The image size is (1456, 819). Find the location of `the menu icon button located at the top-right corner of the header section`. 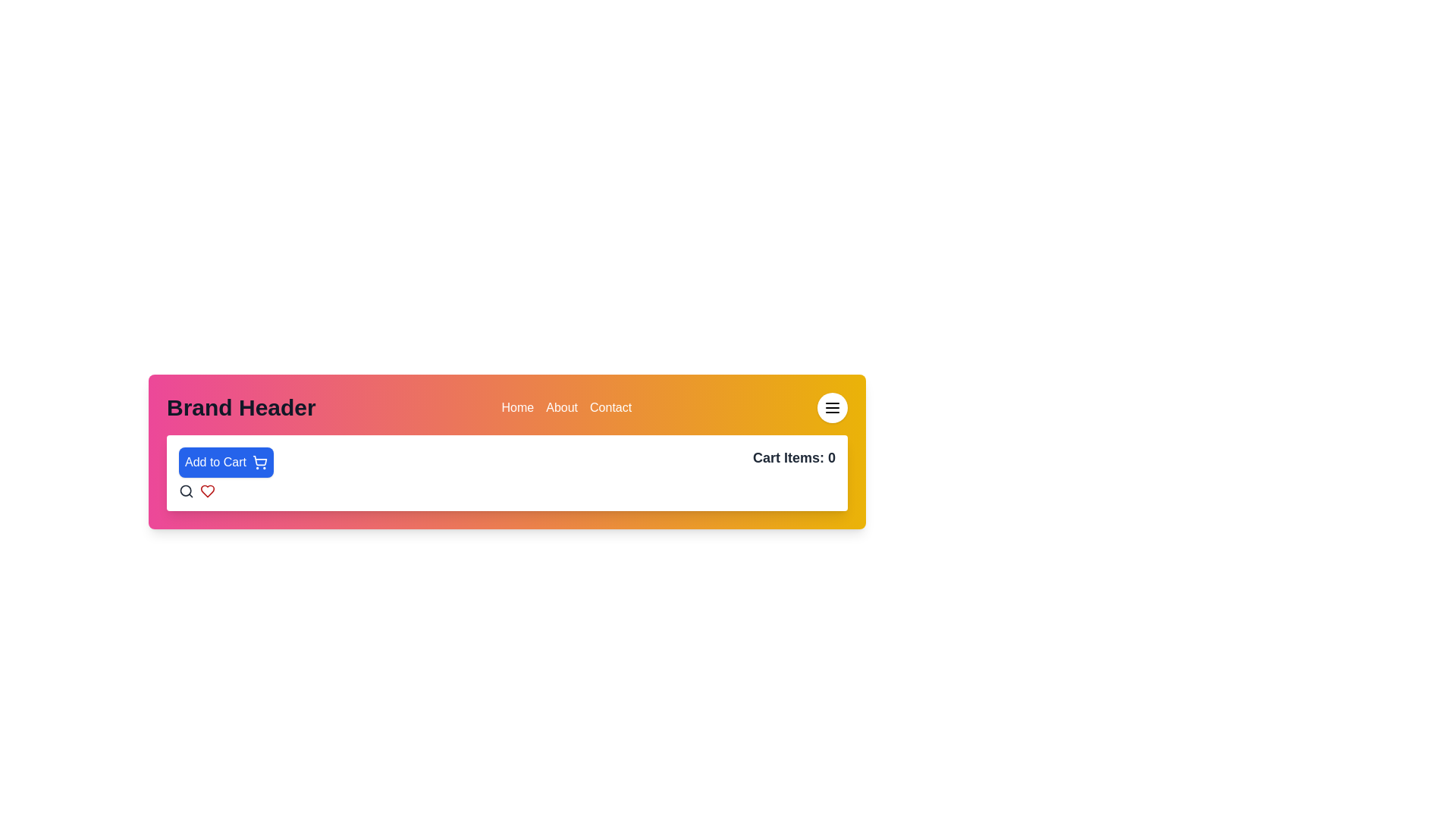

the menu icon button located at the top-right corner of the header section is located at coordinates (832, 406).